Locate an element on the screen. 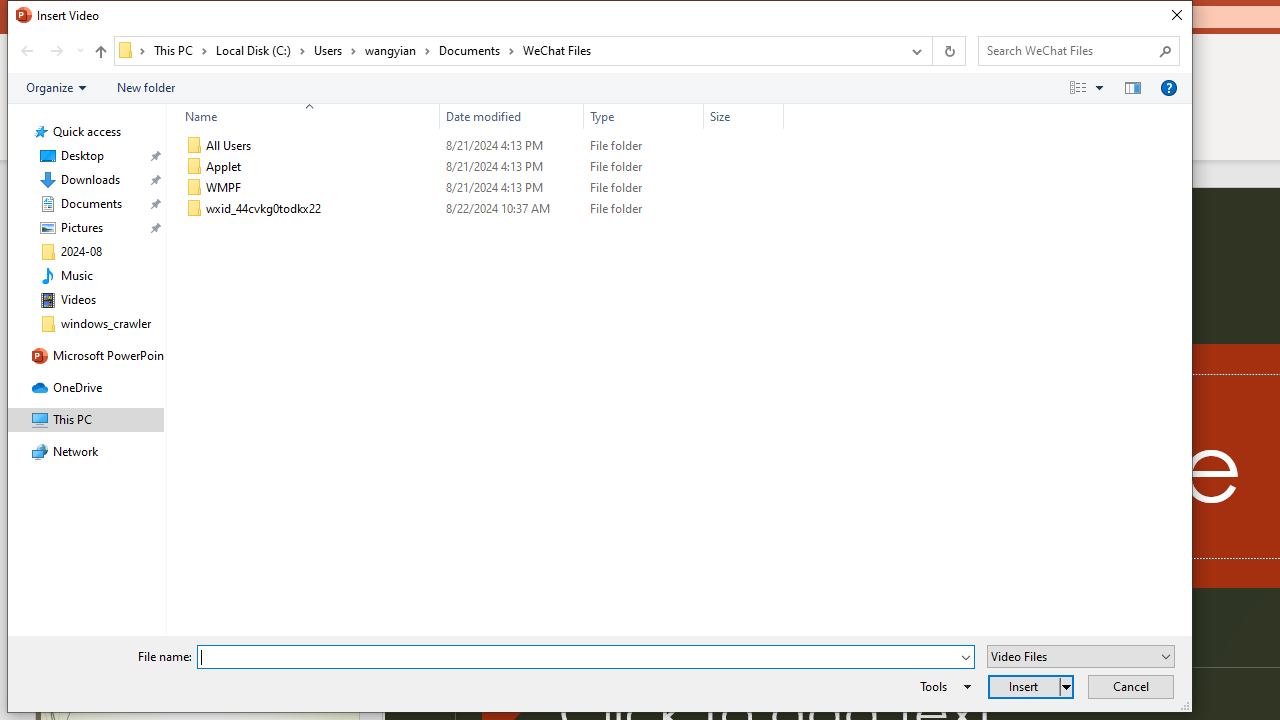  'Preview pane' is located at coordinates (1132, 86).